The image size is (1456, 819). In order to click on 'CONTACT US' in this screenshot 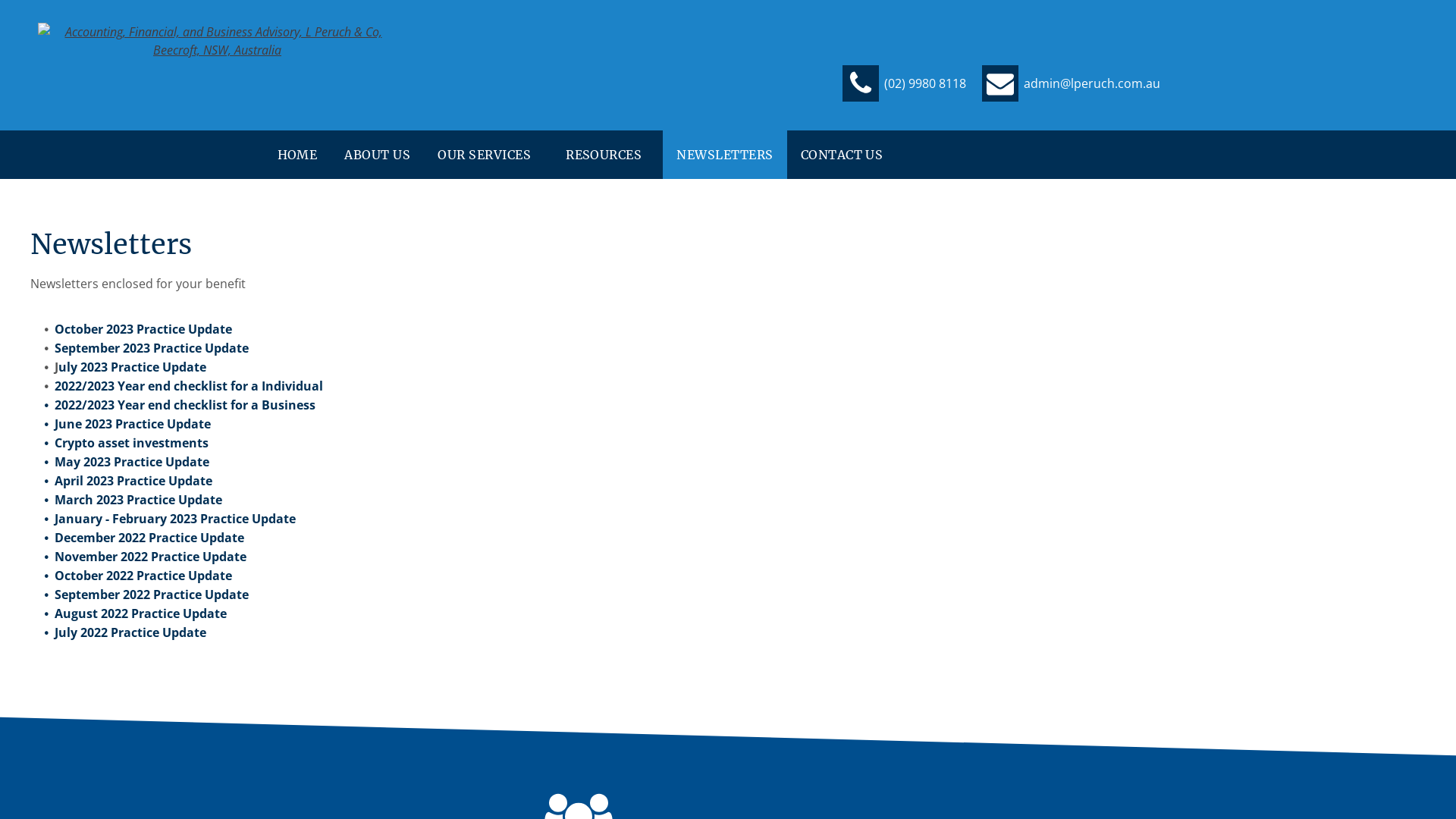, I will do `click(841, 155)`.